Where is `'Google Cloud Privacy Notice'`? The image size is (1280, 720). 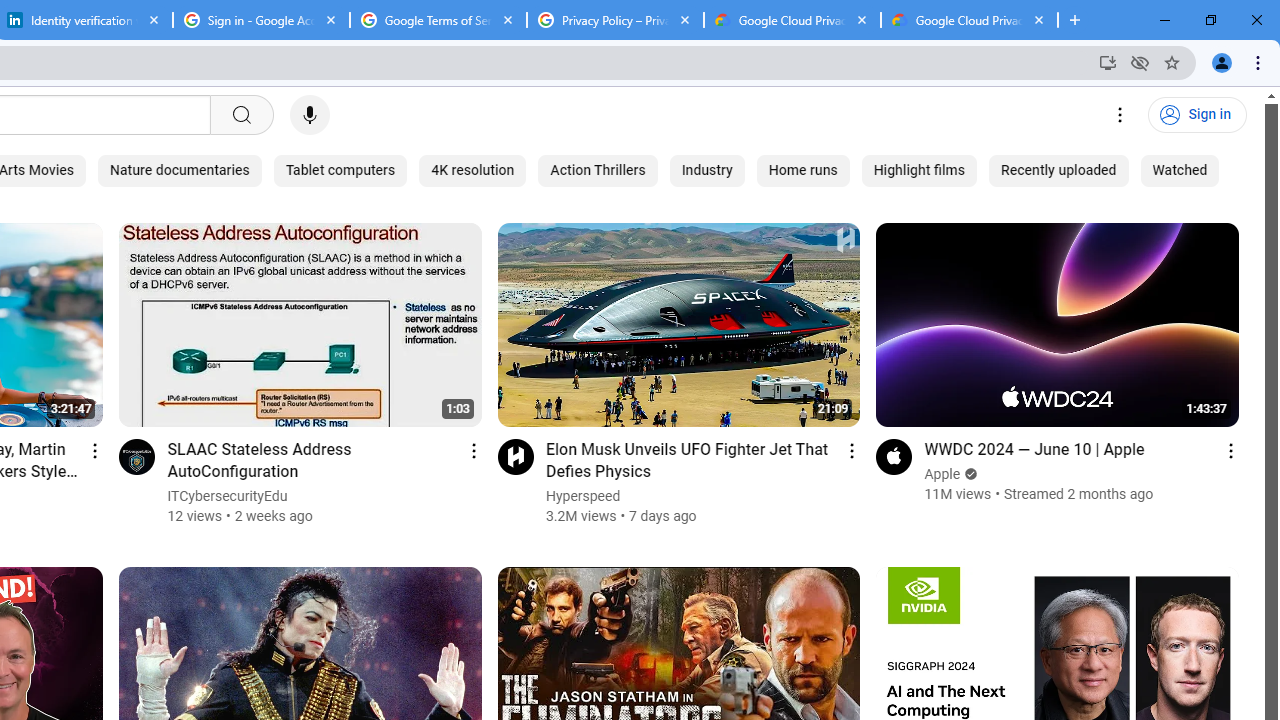 'Google Cloud Privacy Notice' is located at coordinates (969, 20).